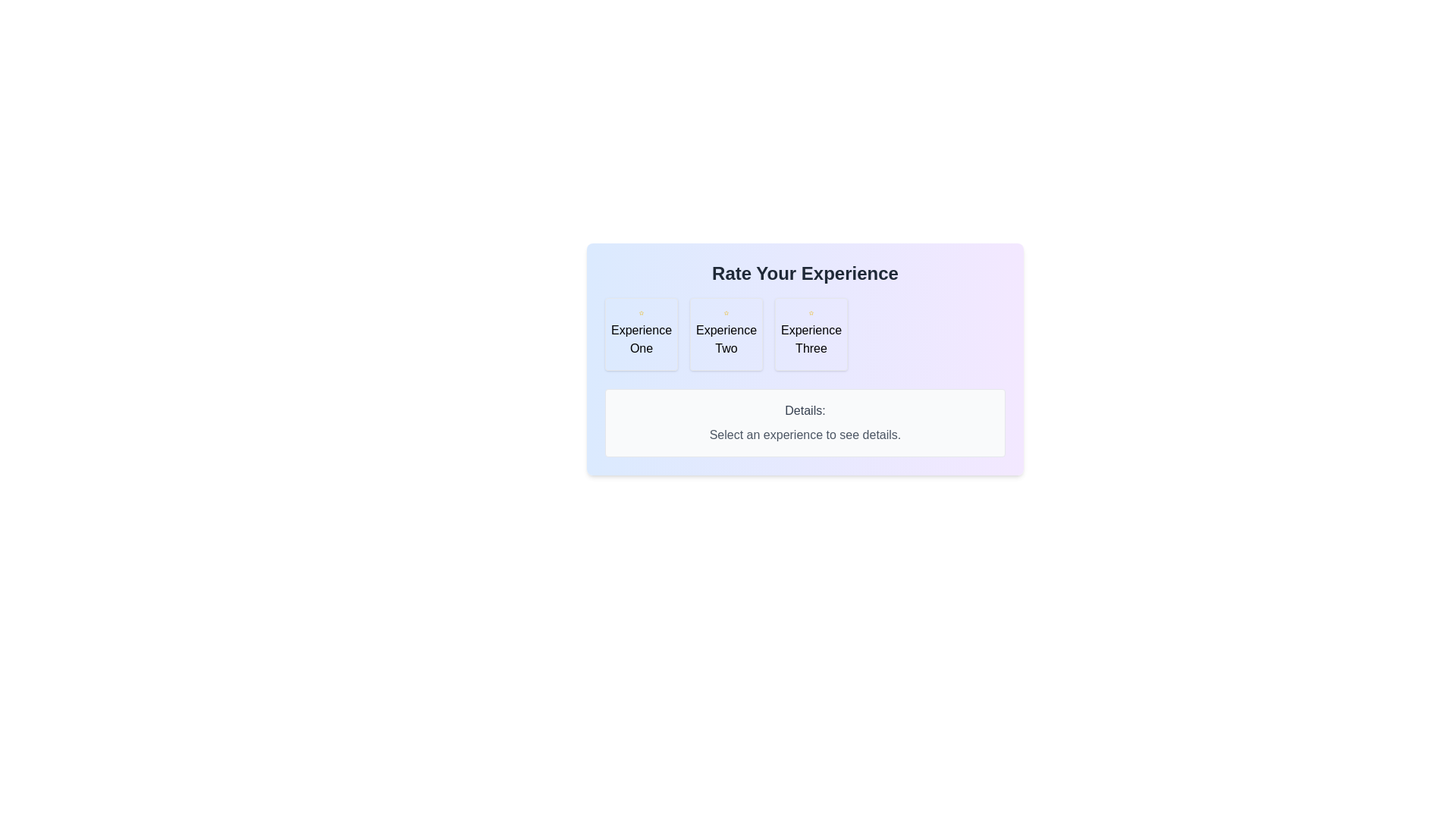 The height and width of the screenshot is (819, 1456). I want to click on the text label that says 'Rate Your Experience', which is prominently styled in bold and dark gray at the top center of the card, so click(804, 274).